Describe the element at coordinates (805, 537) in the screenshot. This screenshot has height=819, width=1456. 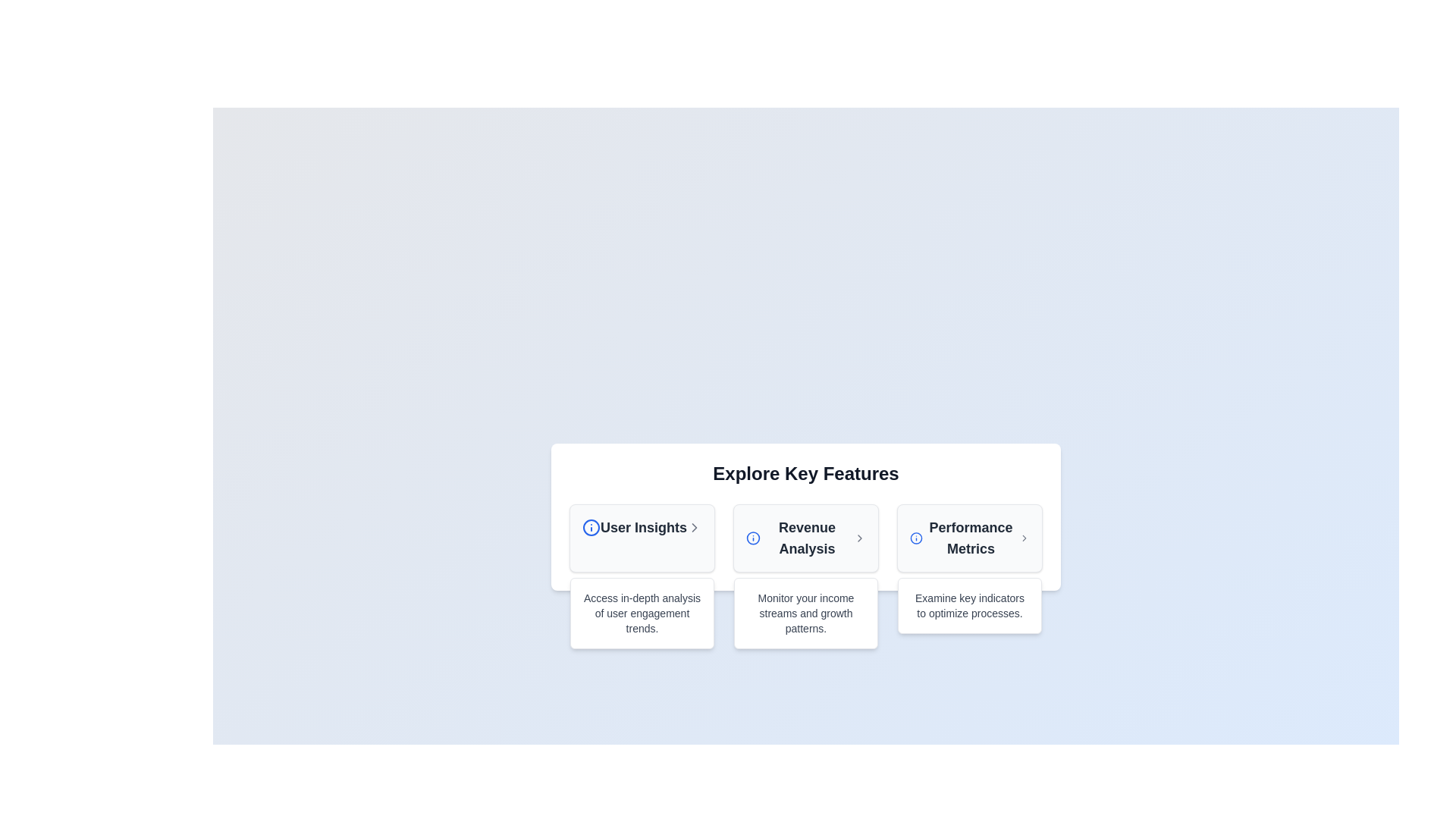
I see `the 'Revenue Analysis' card, which is a rectangular card with a light background and rounded corners, located in the middle of three cards under 'Explore Key Features'` at that location.